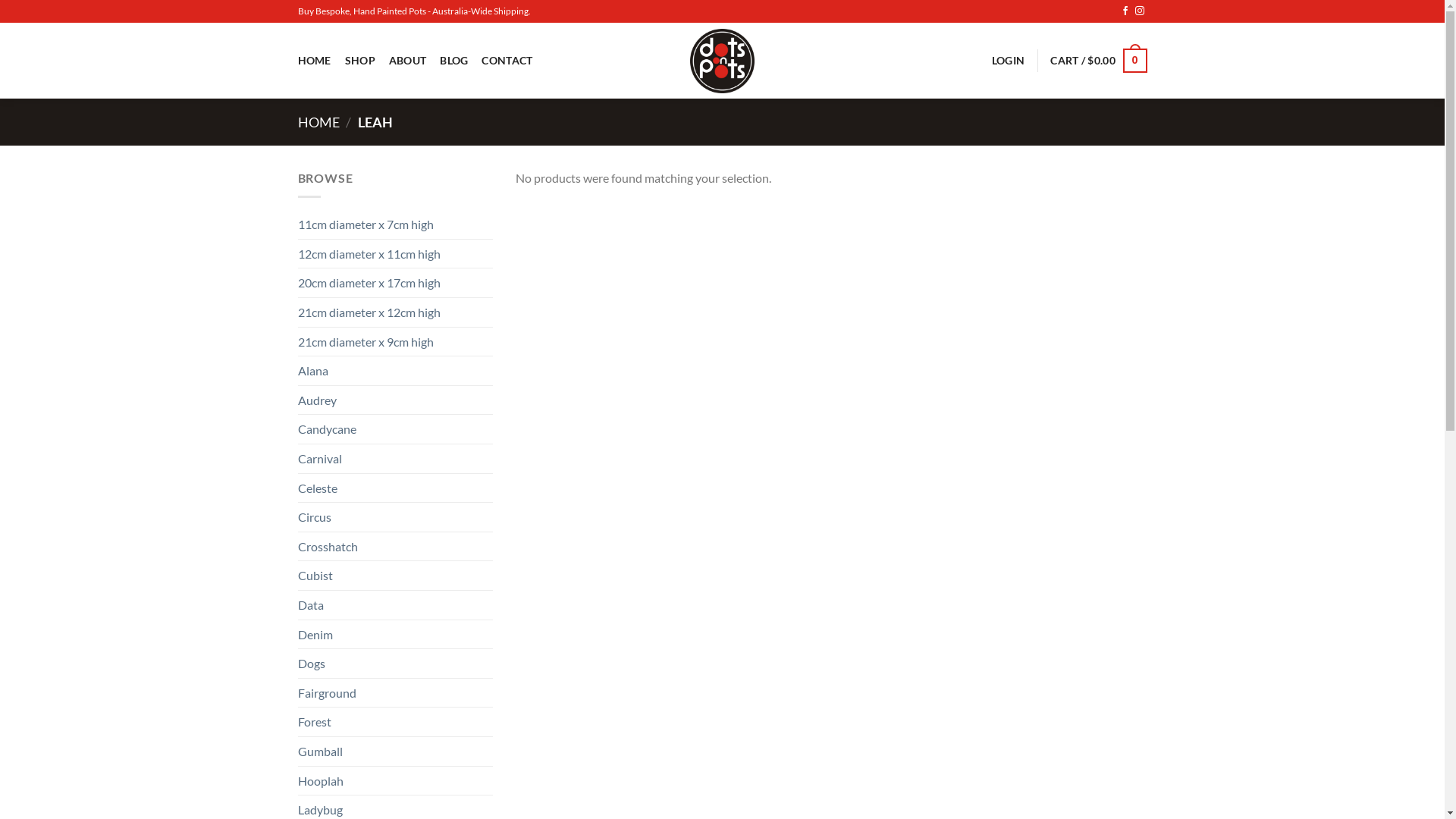  What do you see at coordinates (297, 604) in the screenshot?
I see `'Data'` at bounding box center [297, 604].